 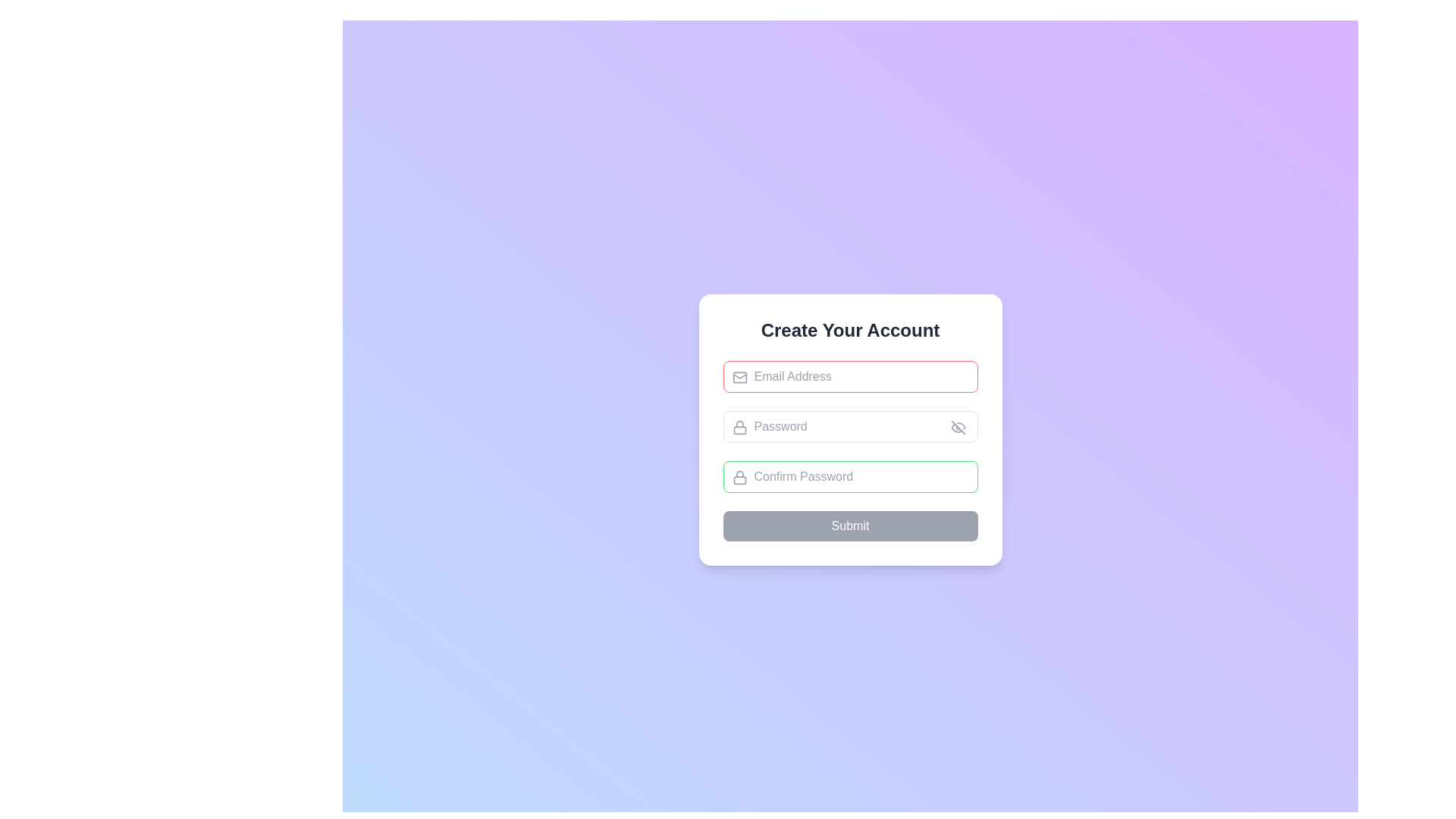 What do you see at coordinates (850, 475) in the screenshot?
I see `the password confirmation input field located below the 'Password' input field and above the 'Submit' button to focus on it` at bounding box center [850, 475].